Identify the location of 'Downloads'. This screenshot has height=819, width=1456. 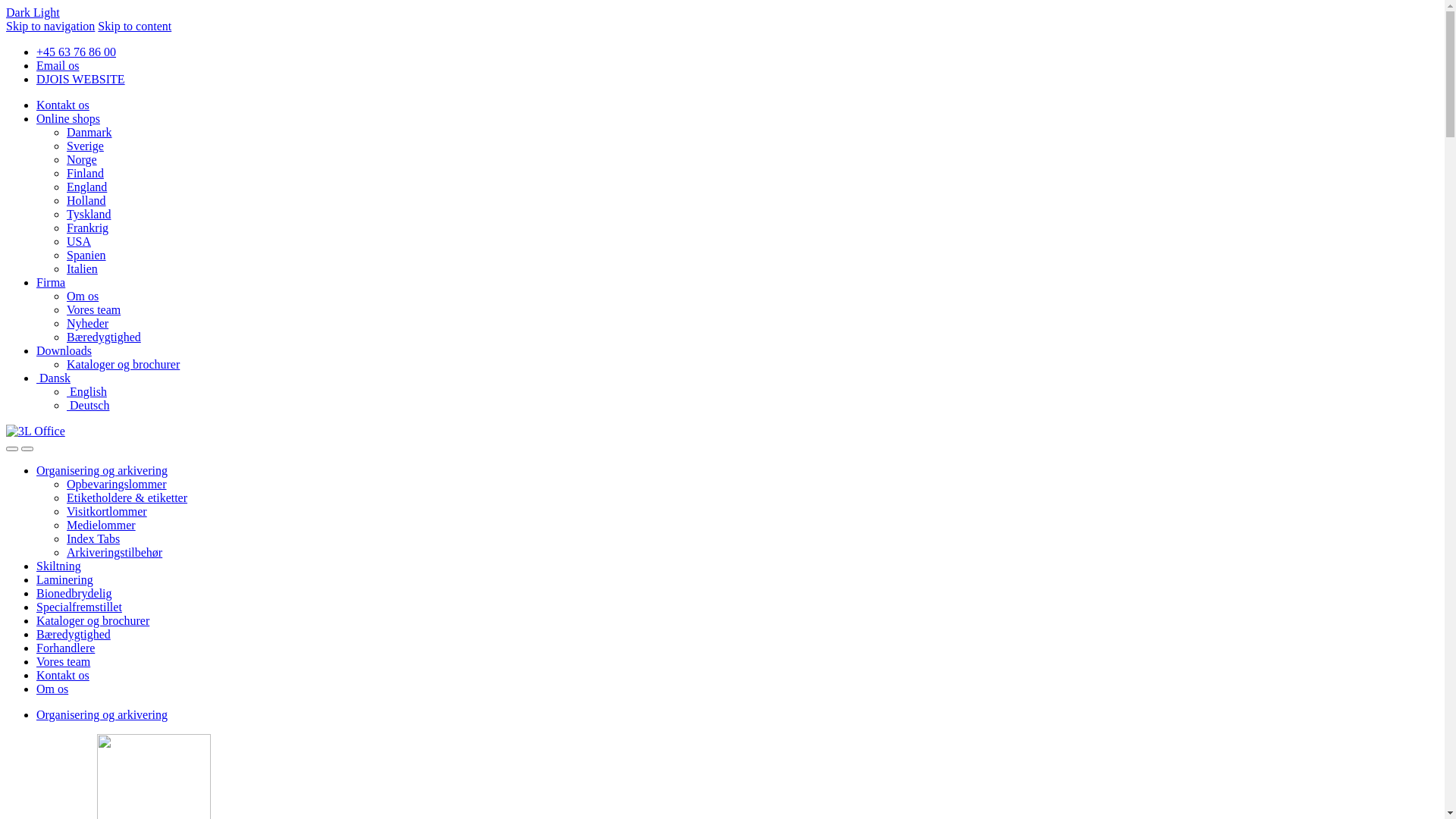
(63, 350).